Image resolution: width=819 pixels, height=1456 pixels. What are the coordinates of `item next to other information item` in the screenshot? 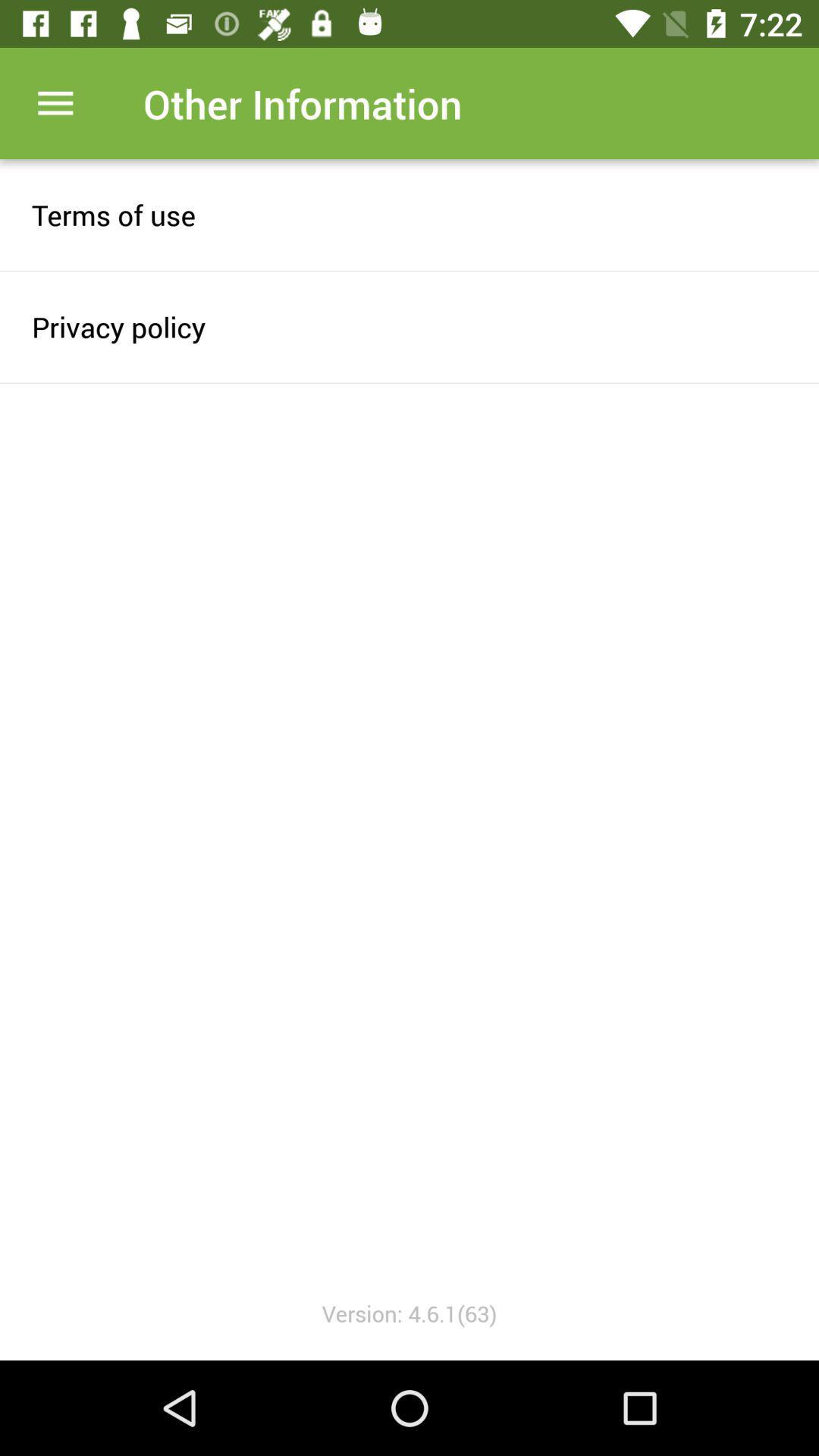 It's located at (55, 102).